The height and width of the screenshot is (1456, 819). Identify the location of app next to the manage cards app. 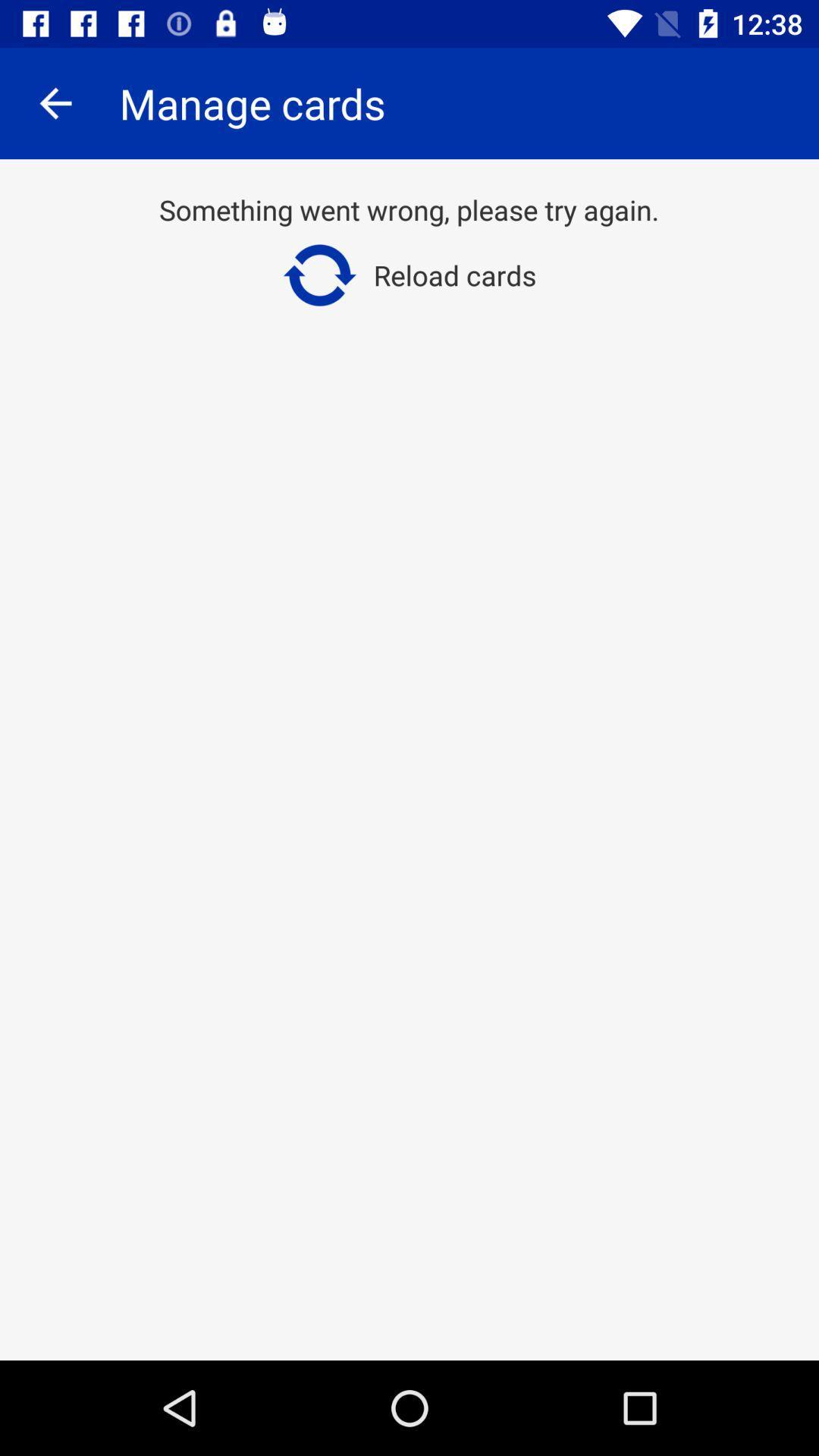
(55, 102).